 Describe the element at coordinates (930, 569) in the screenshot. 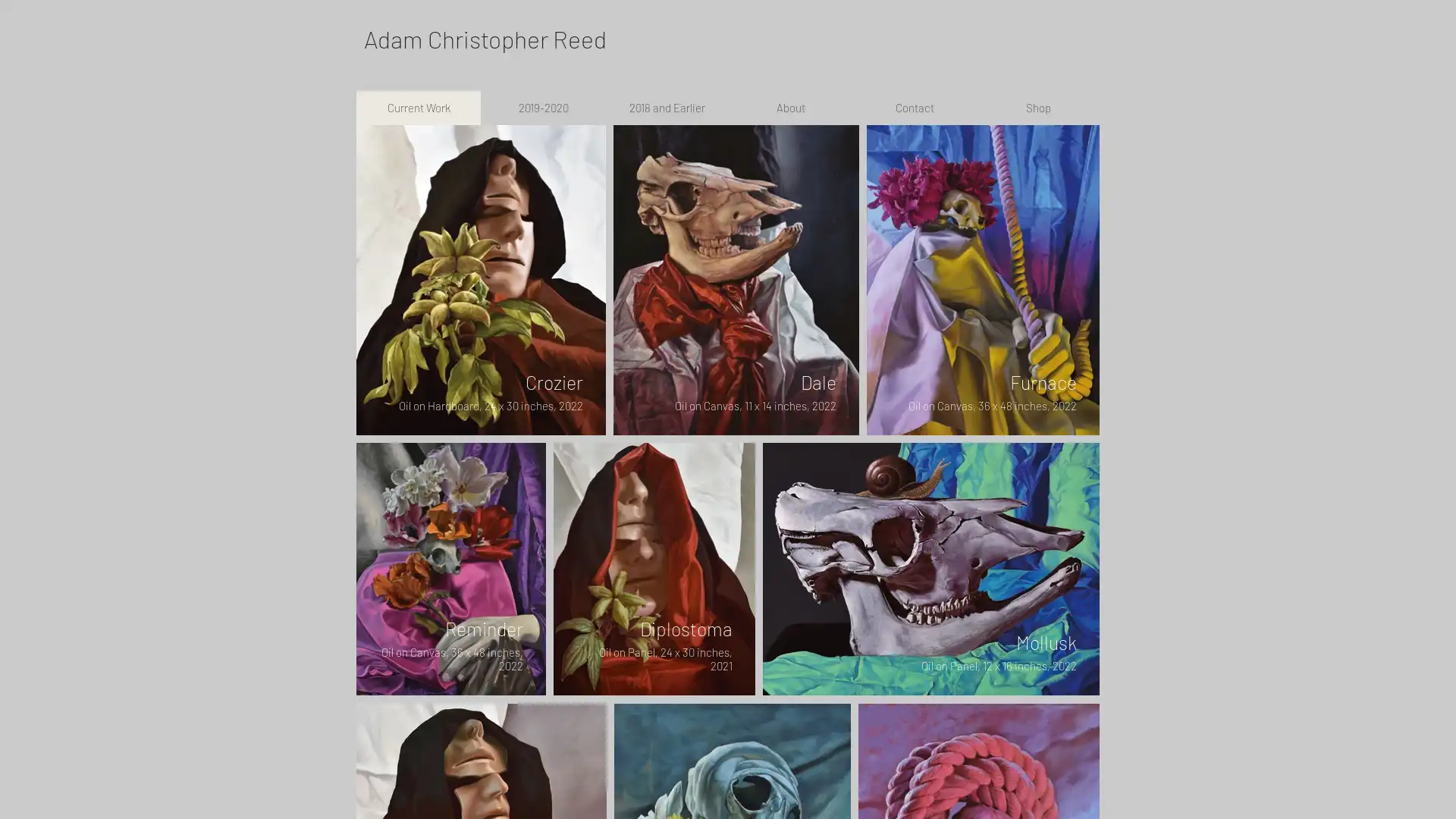

I see `202203001---Mollusk.jpg` at that location.